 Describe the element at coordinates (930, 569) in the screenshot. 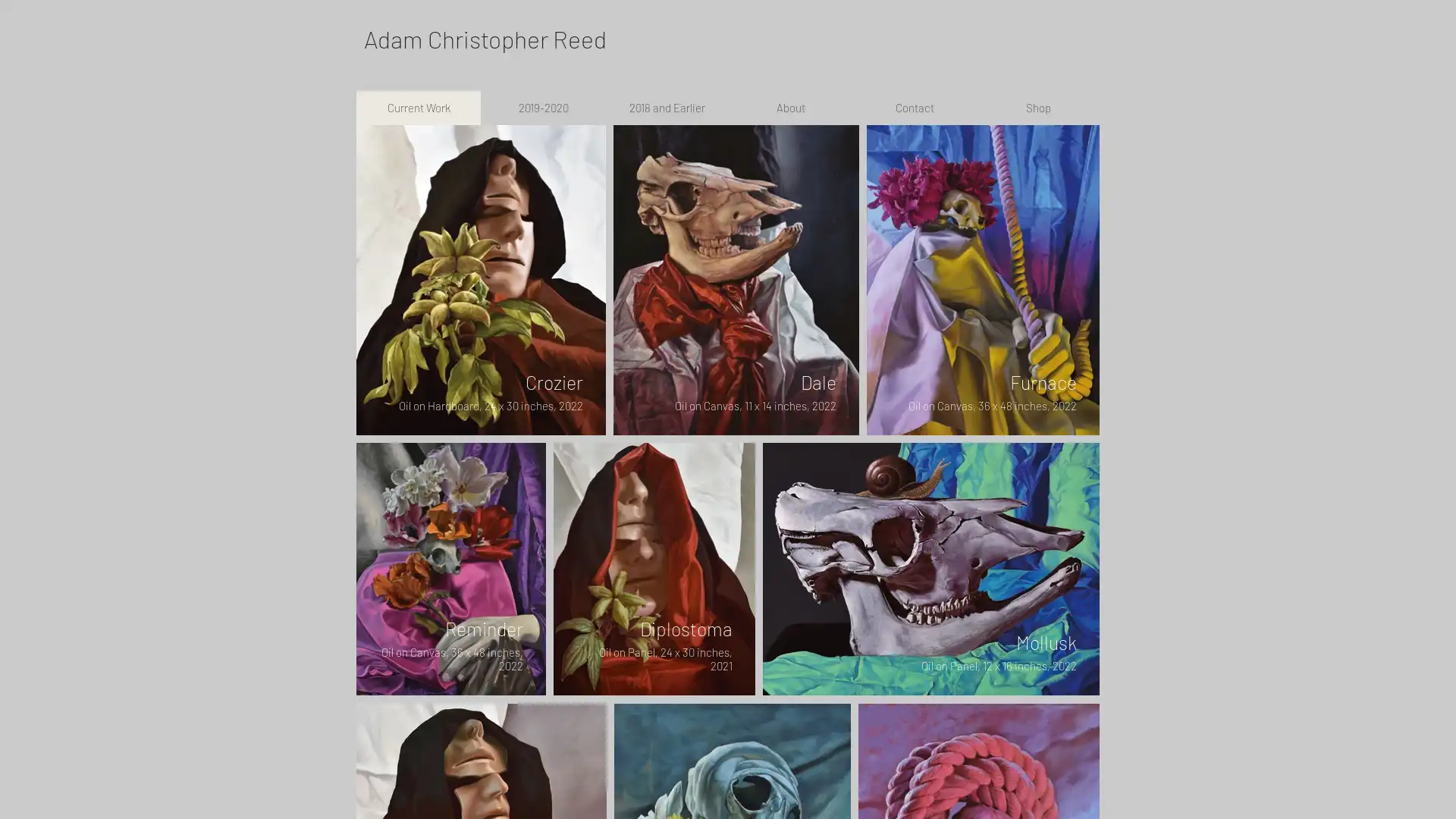

I see `202203001---Mollusk.jpg` at that location.